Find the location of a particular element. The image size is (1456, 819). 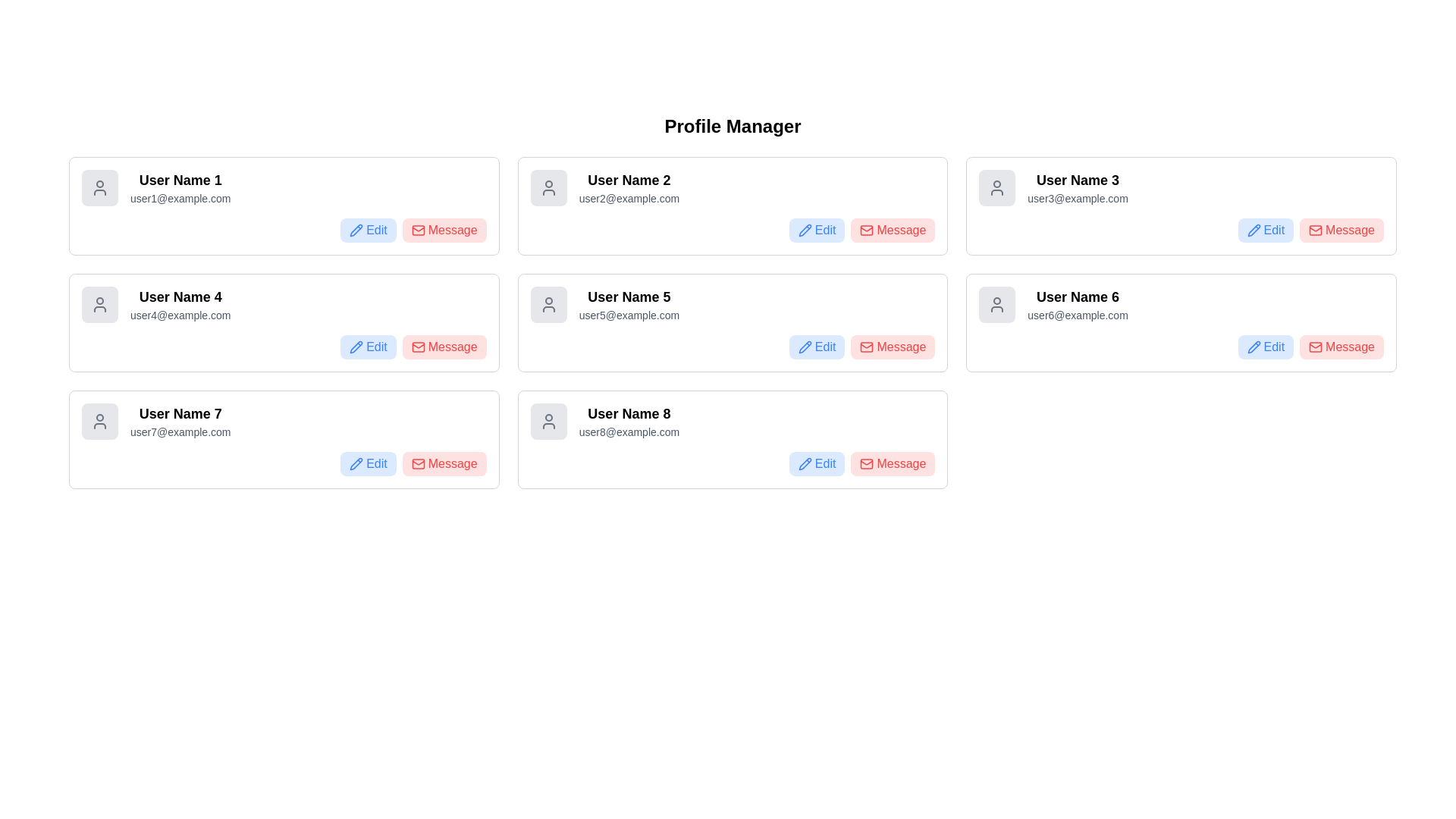

the text display element that shows the user's name and email address is located at coordinates (629, 421).